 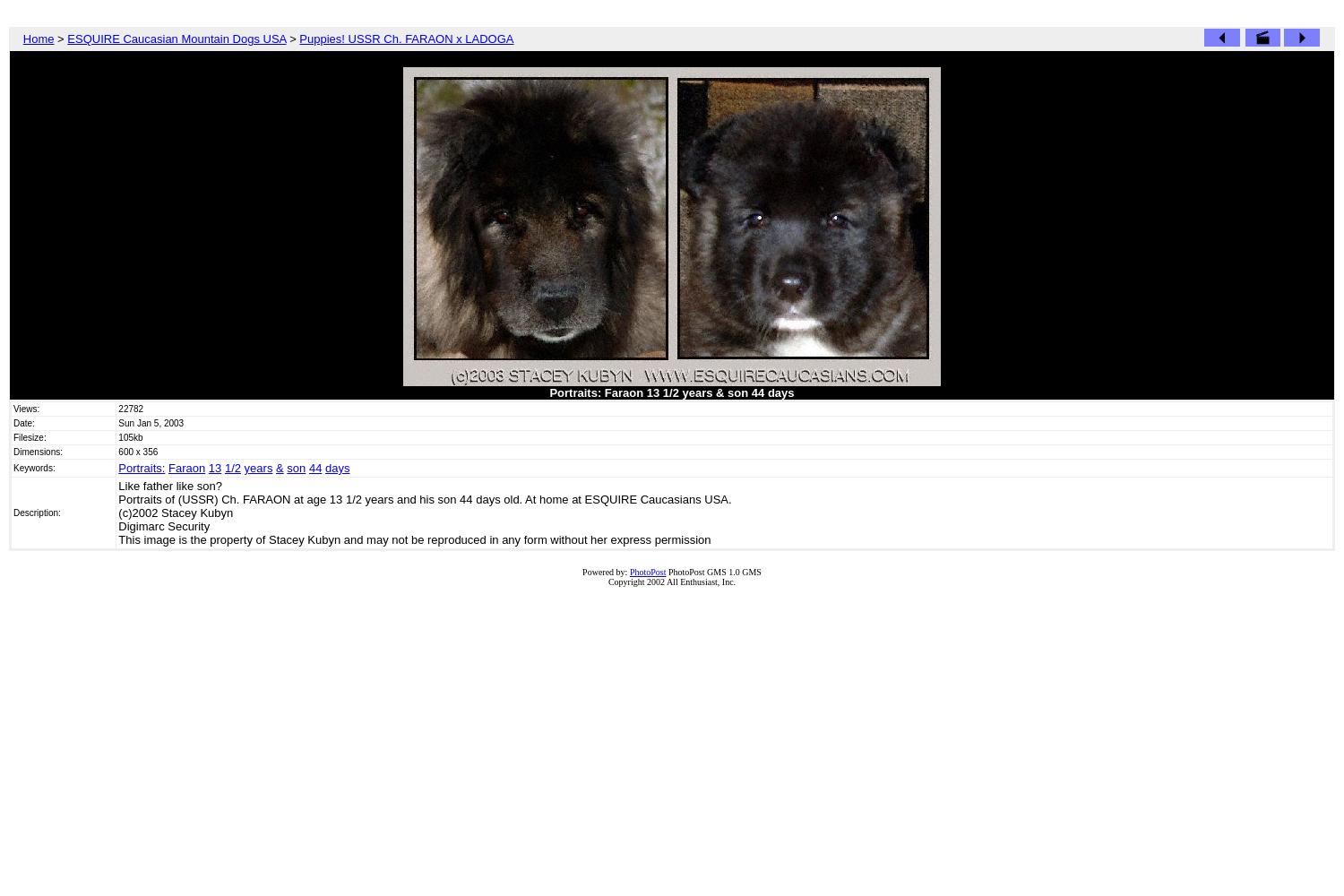 I want to click on '22782', so click(x=130, y=408).